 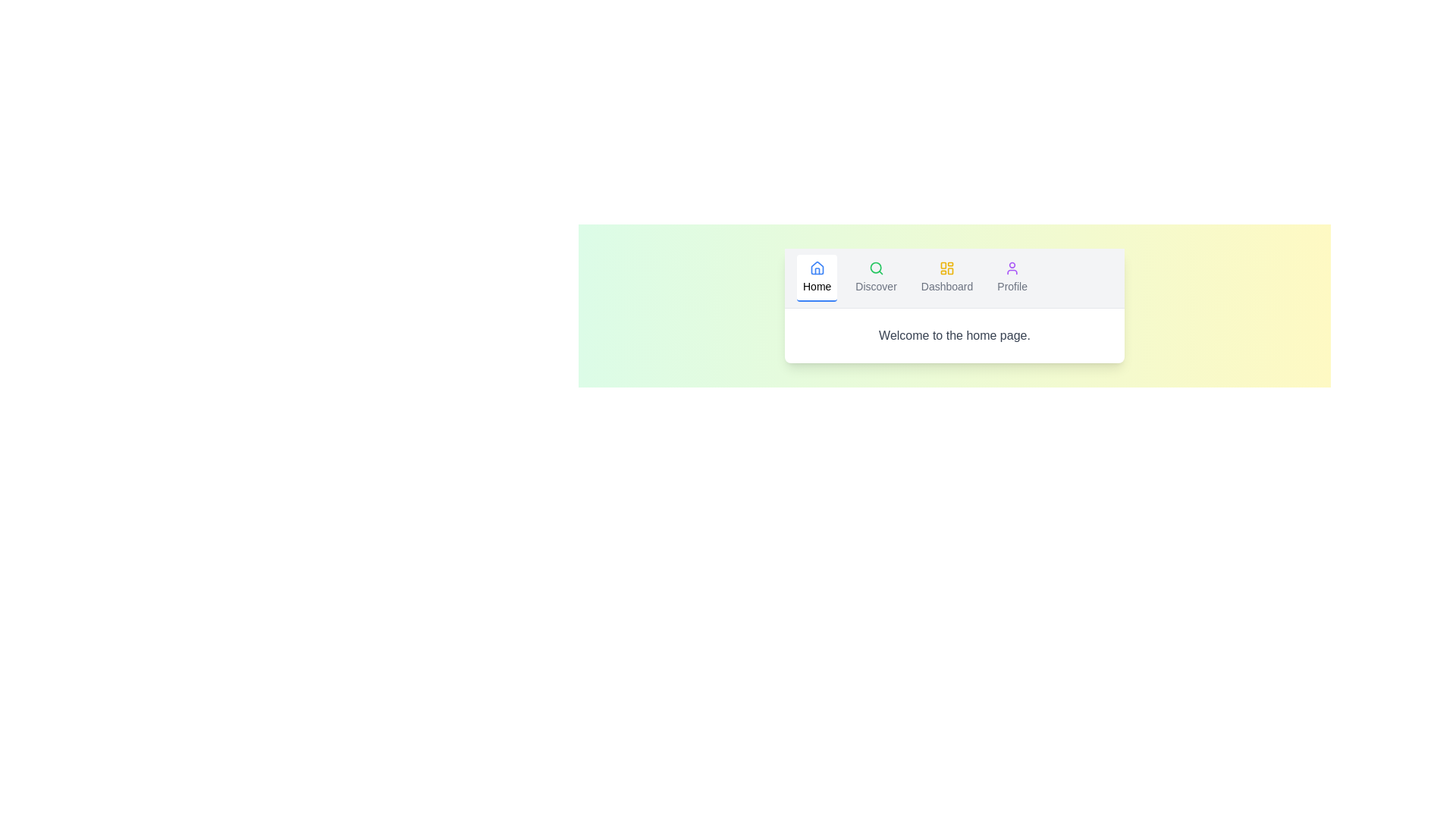 What do you see at coordinates (876, 278) in the screenshot?
I see `the Discover tab to navigate to its content` at bounding box center [876, 278].